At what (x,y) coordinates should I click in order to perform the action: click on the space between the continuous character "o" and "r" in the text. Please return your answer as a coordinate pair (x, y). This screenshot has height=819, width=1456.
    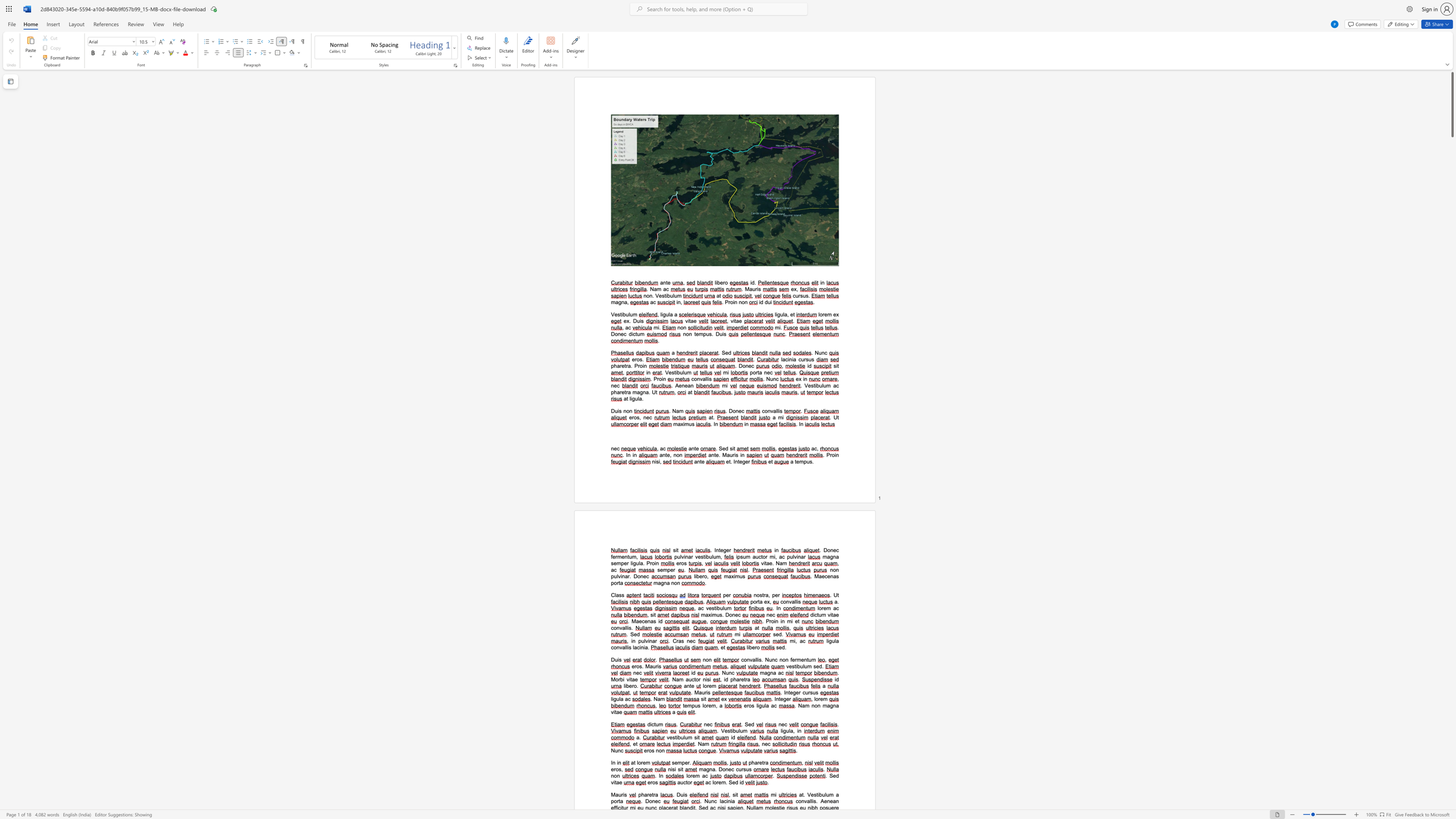
    Looking at the image, I should click on (756, 601).